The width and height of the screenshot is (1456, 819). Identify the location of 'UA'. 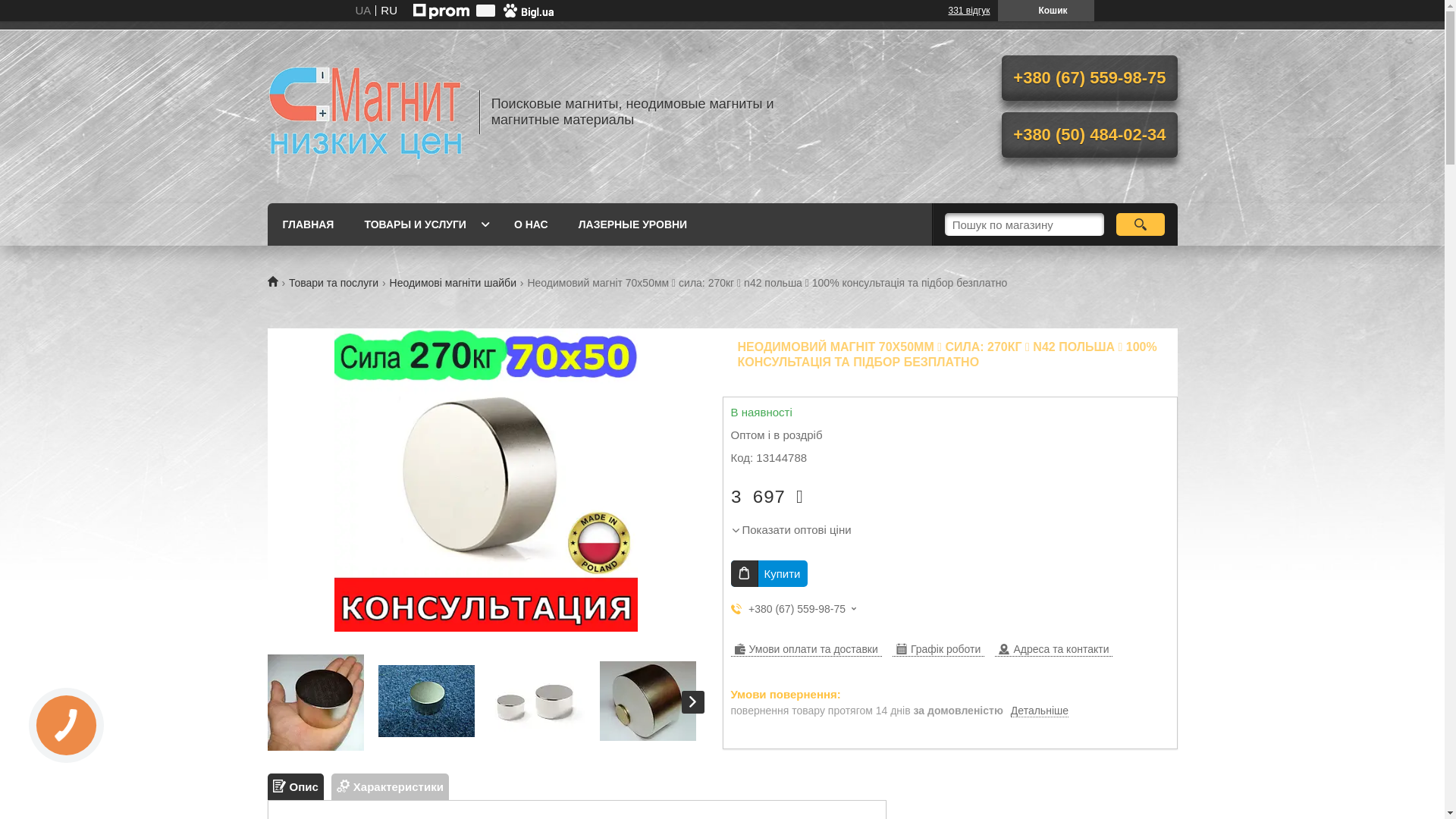
(362, 11).